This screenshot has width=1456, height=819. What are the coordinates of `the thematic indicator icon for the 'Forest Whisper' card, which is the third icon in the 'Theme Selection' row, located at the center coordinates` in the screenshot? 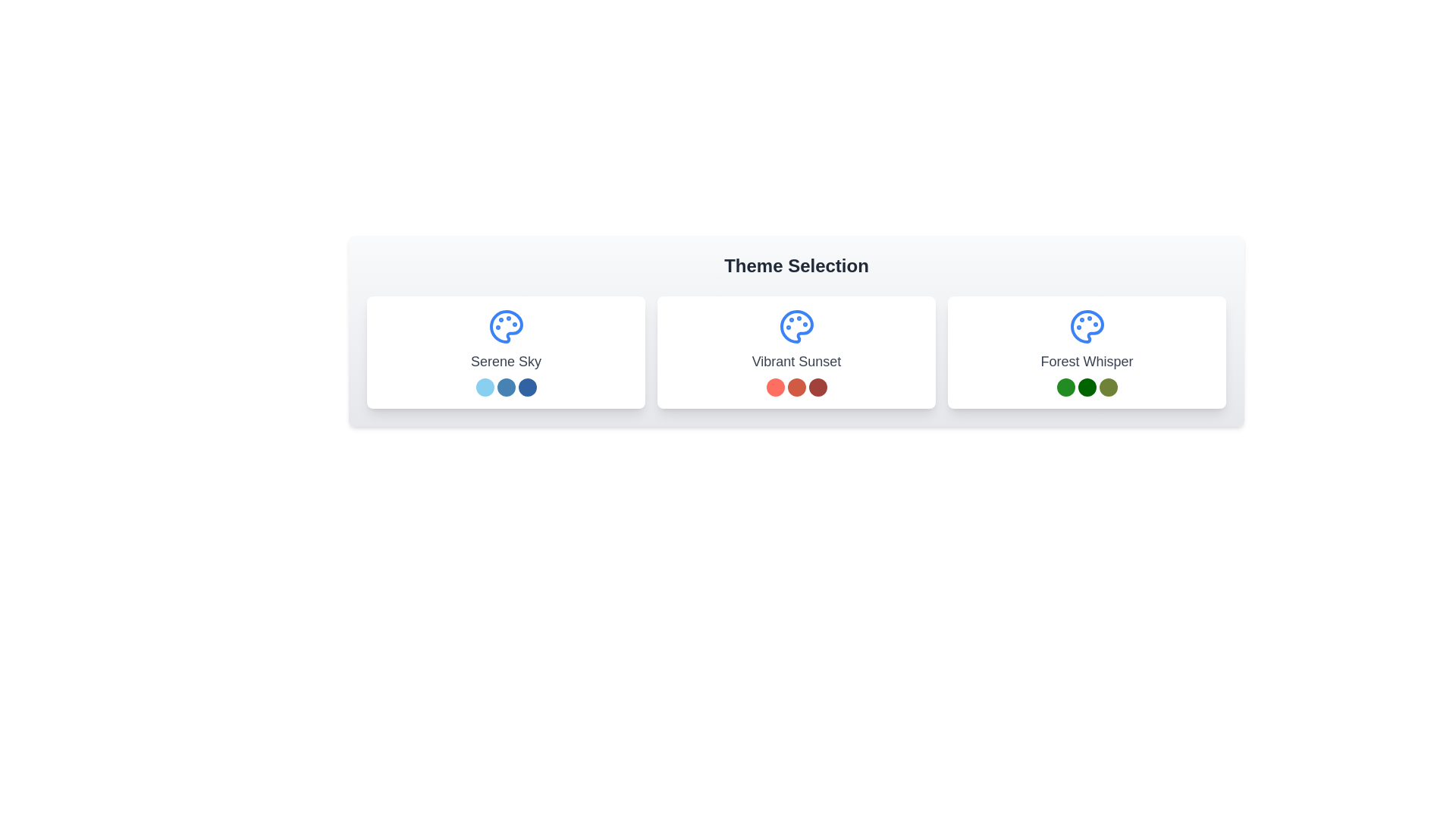 It's located at (1086, 326).